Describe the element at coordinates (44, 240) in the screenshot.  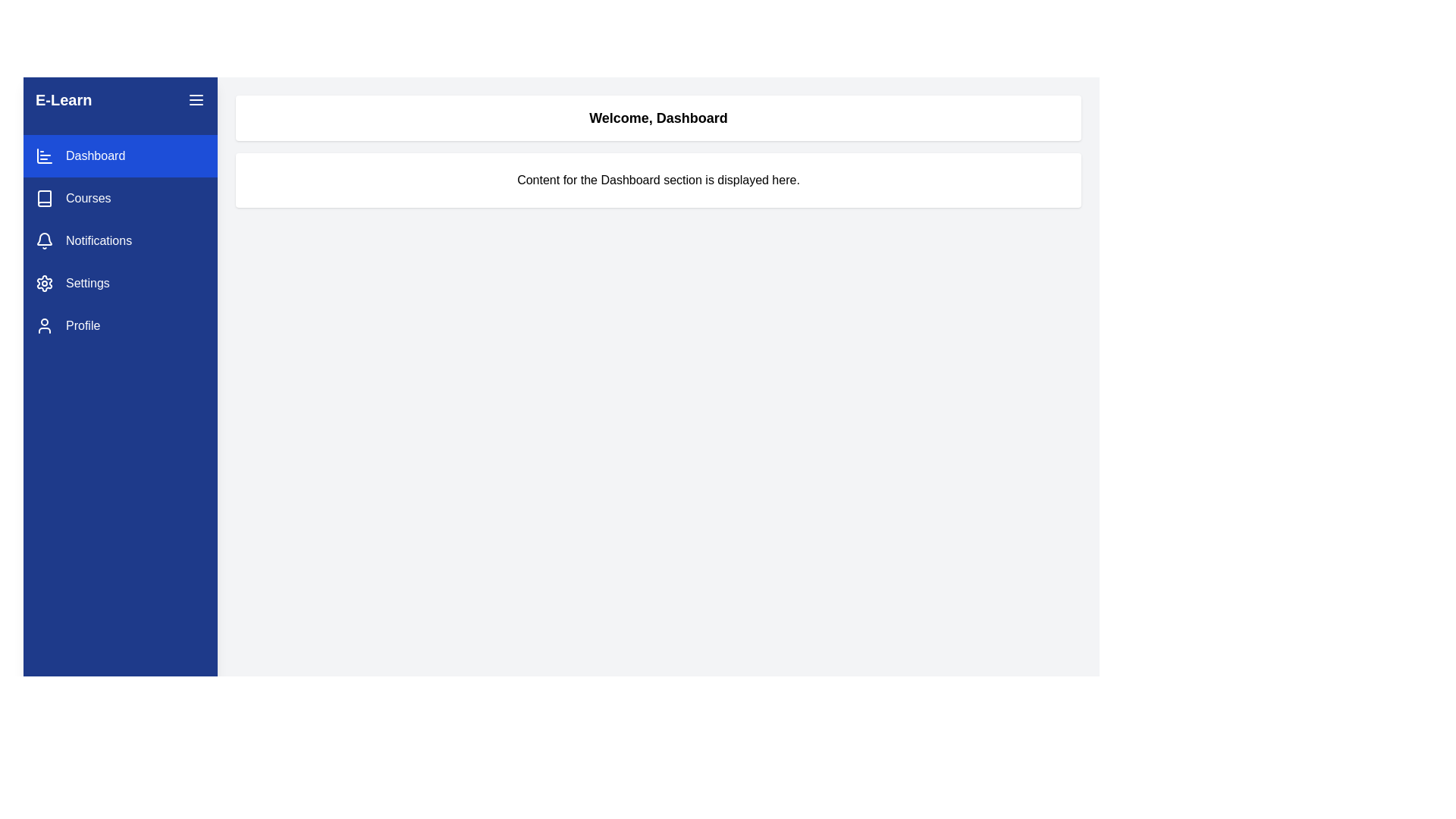
I see `the bell icon in the Notifications entry of the vertical navigation menu` at that location.